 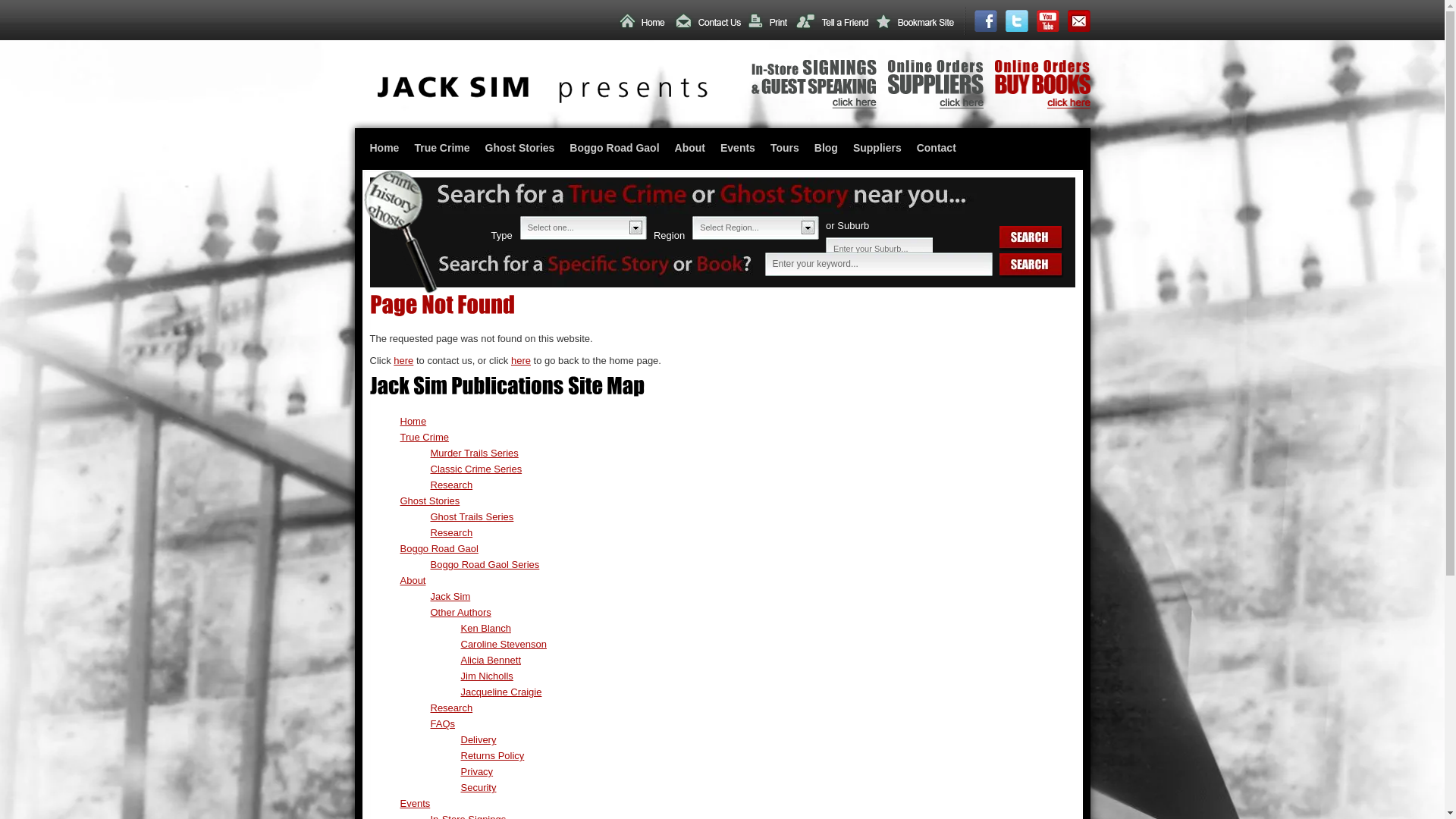 What do you see at coordinates (429, 595) in the screenshot?
I see `'Jack Sim'` at bounding box center [429, 595].